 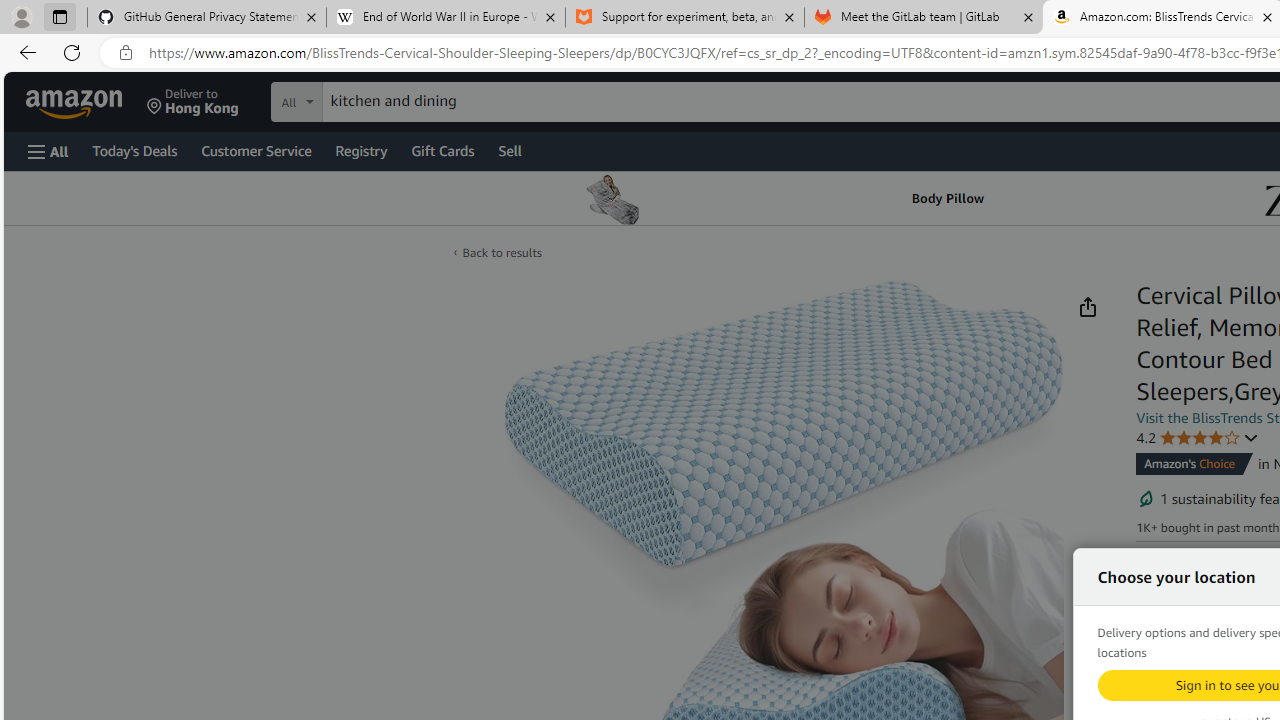 I want to click on 'Open Menu', so click(x=48, y=150).